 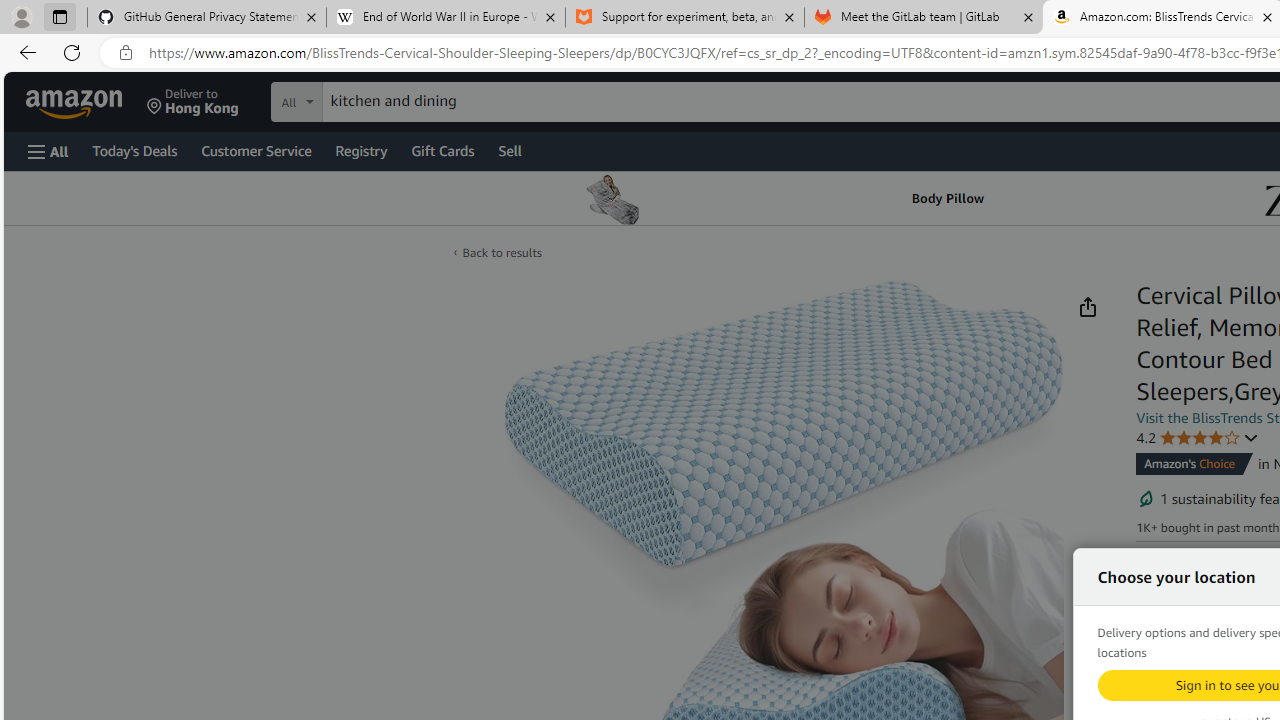 I want to click on 'Open Menu', so click(x=48, y=150).